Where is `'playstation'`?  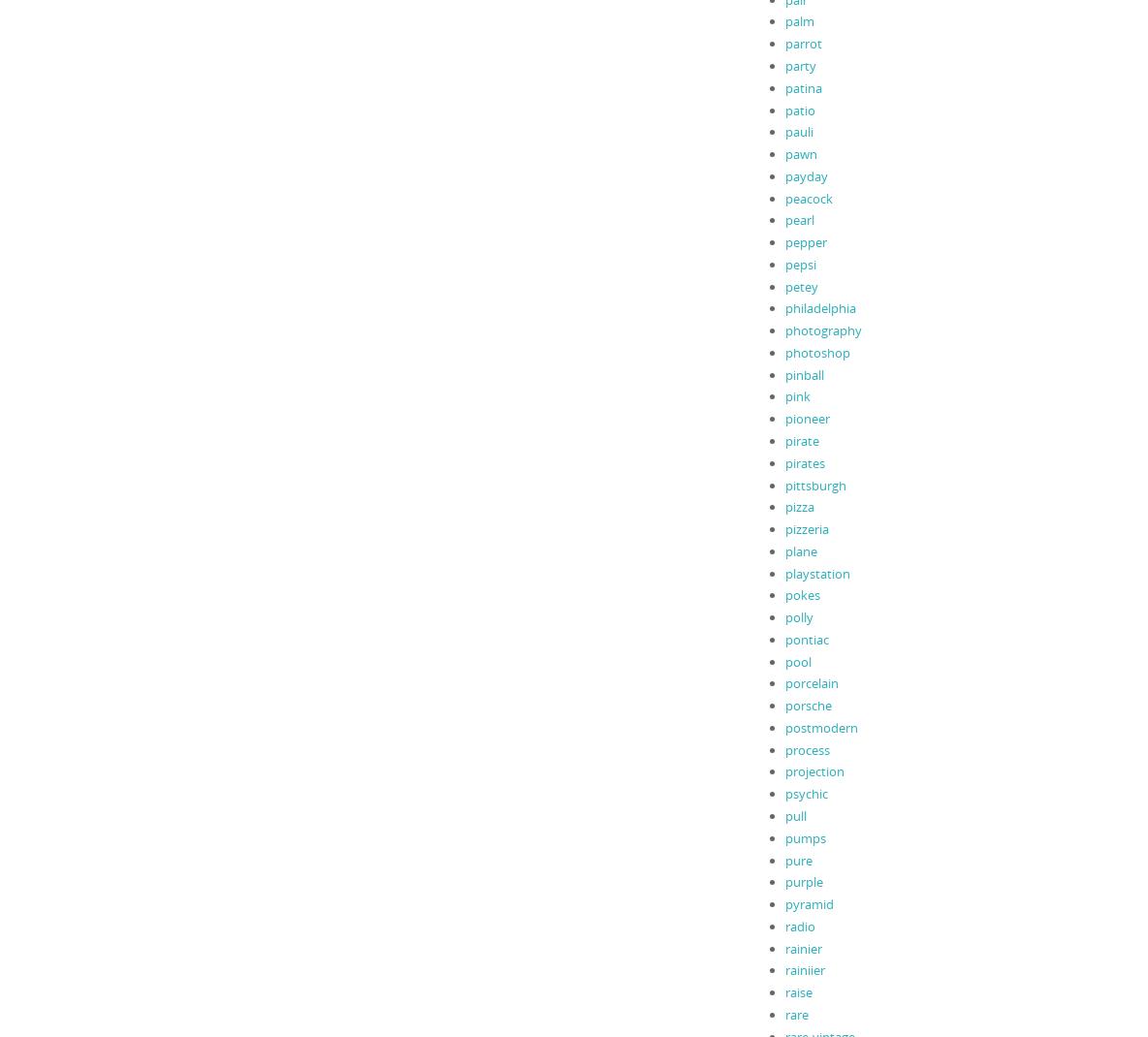
'playstation' is located at coordinates (783, 571).